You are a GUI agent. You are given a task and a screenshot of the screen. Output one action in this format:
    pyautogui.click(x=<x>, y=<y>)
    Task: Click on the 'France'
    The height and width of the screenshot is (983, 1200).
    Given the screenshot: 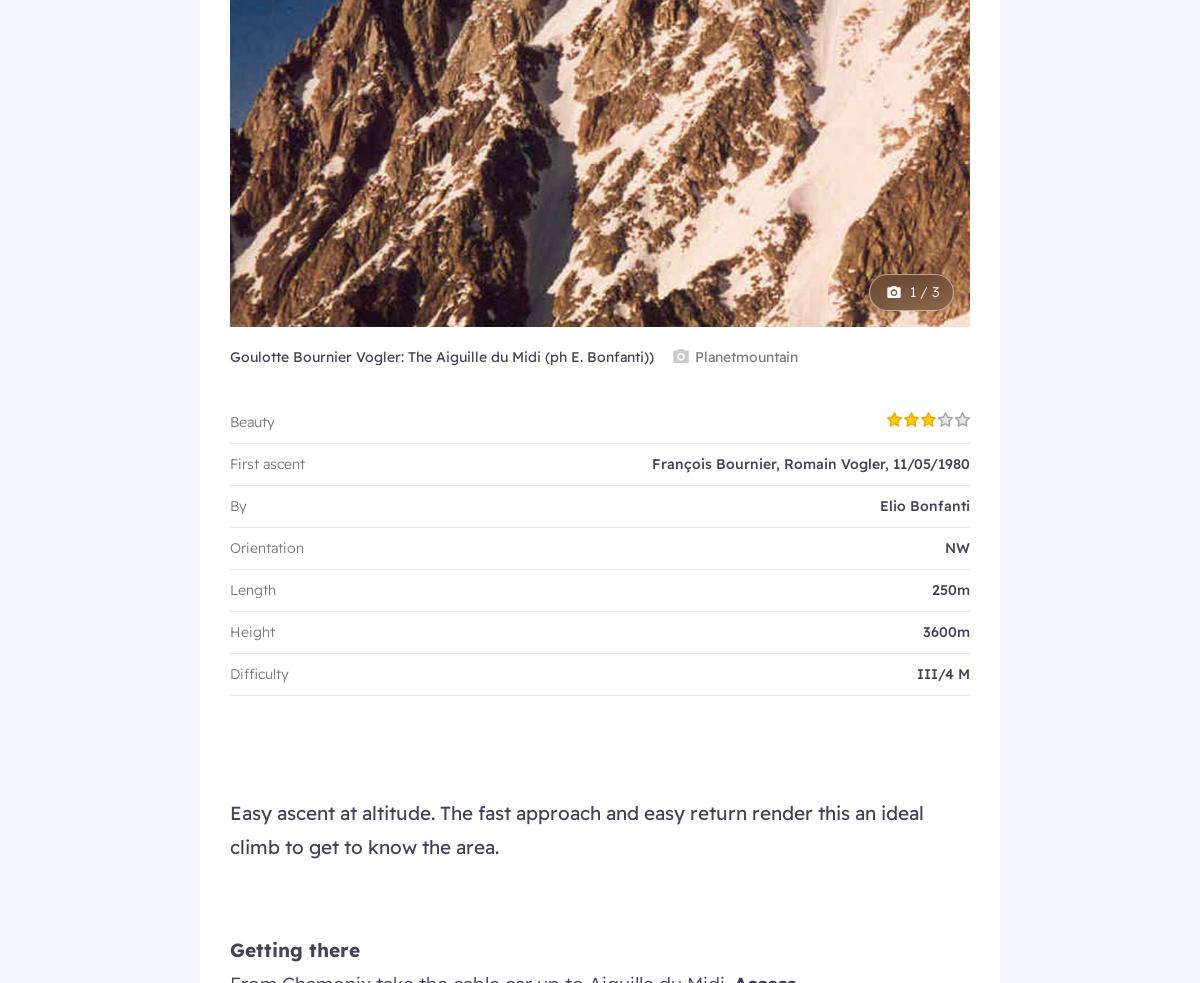 What is the action you would take?
    pyautogui.click(x=490, y=229)
    